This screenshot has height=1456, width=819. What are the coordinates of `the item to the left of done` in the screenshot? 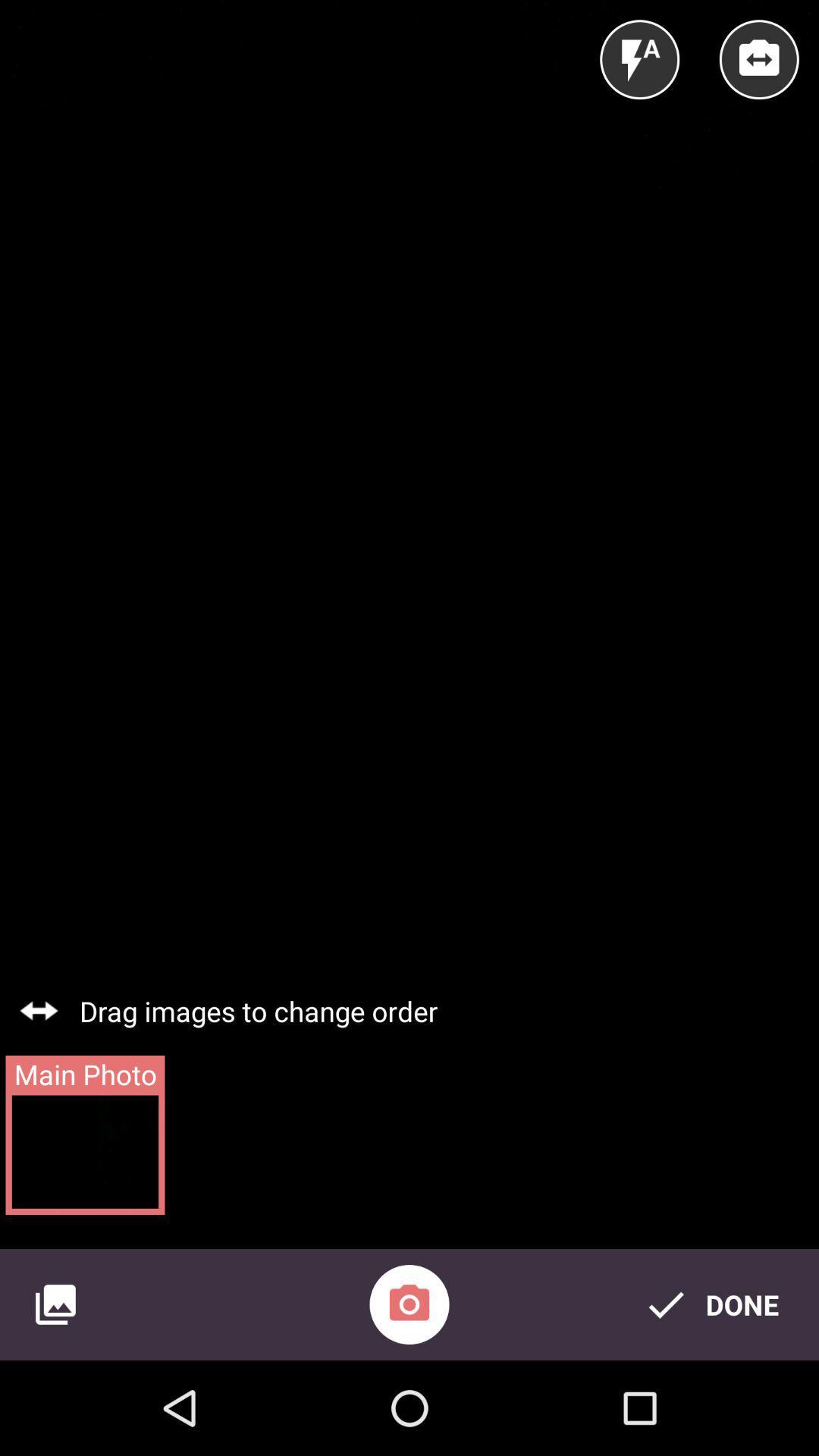 It's located at (409, 1304).